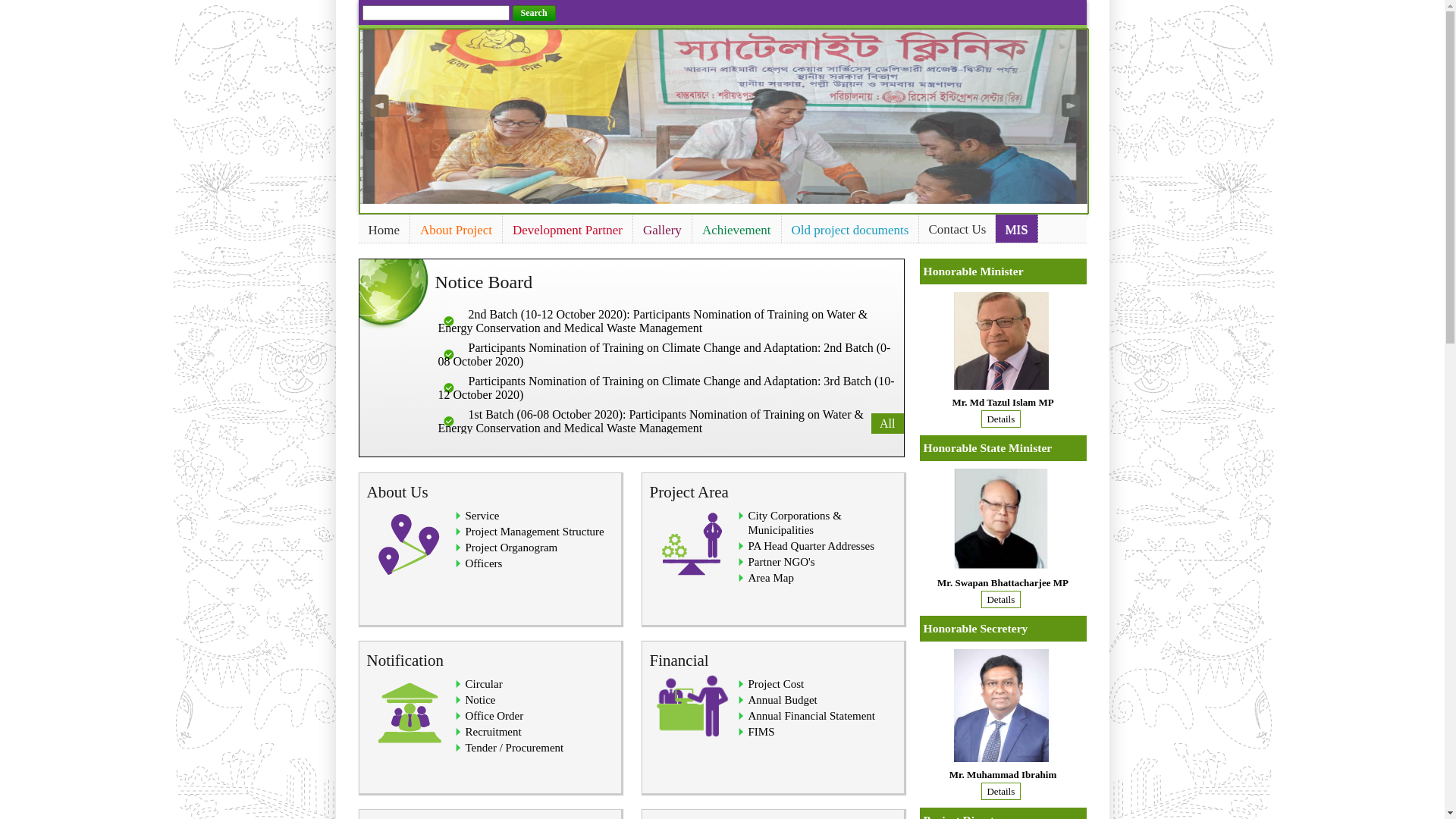  What do you see at coordinates (781, 561) in the screenshot?
I see `'Partner NGO's'` at bounding box center [781, 561].